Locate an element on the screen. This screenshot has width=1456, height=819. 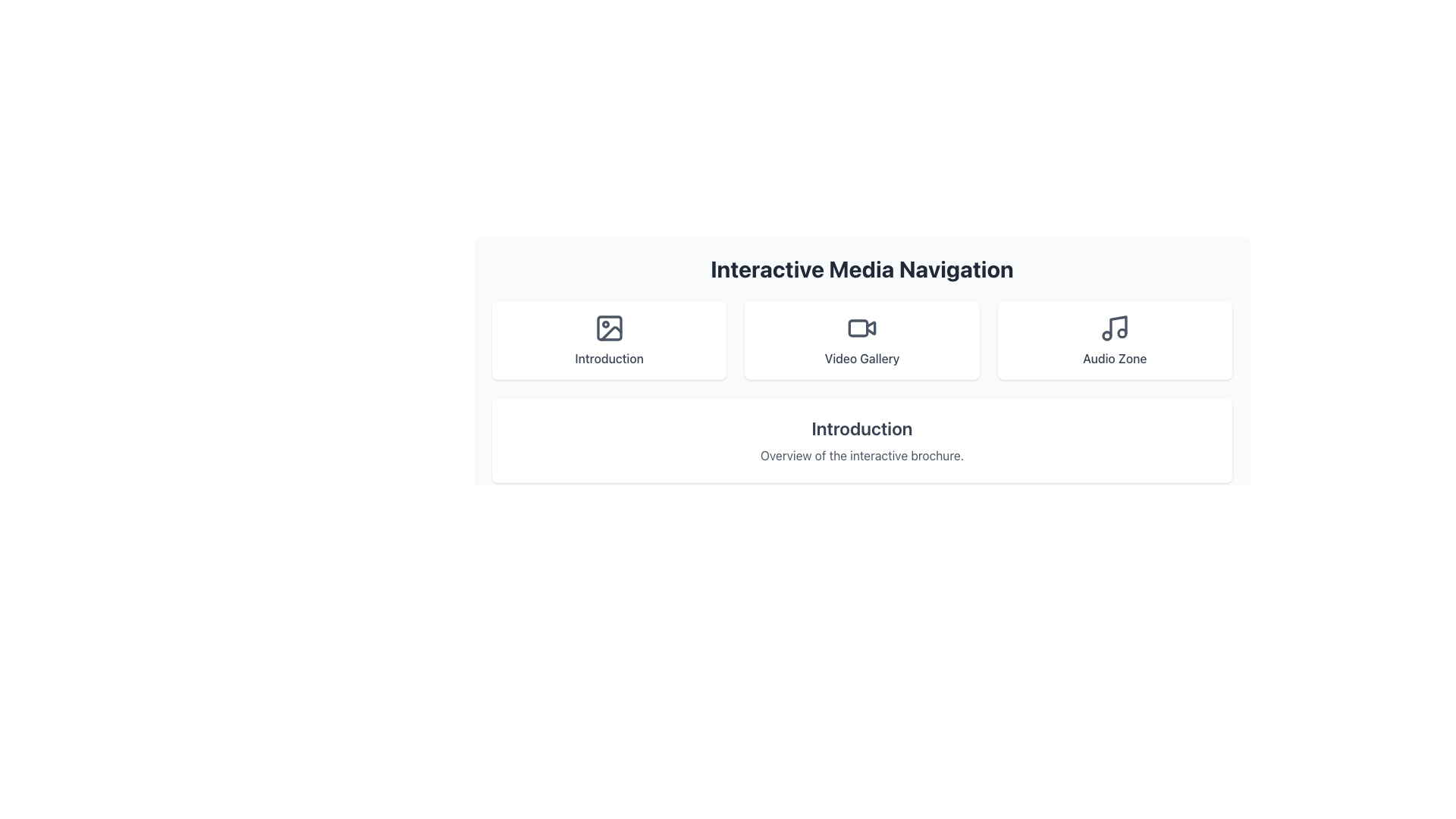
the small circular icon located near the bottom left of the musical note icon in the 'Audio Zone' navigation button is located at coordinates (1107, 335).